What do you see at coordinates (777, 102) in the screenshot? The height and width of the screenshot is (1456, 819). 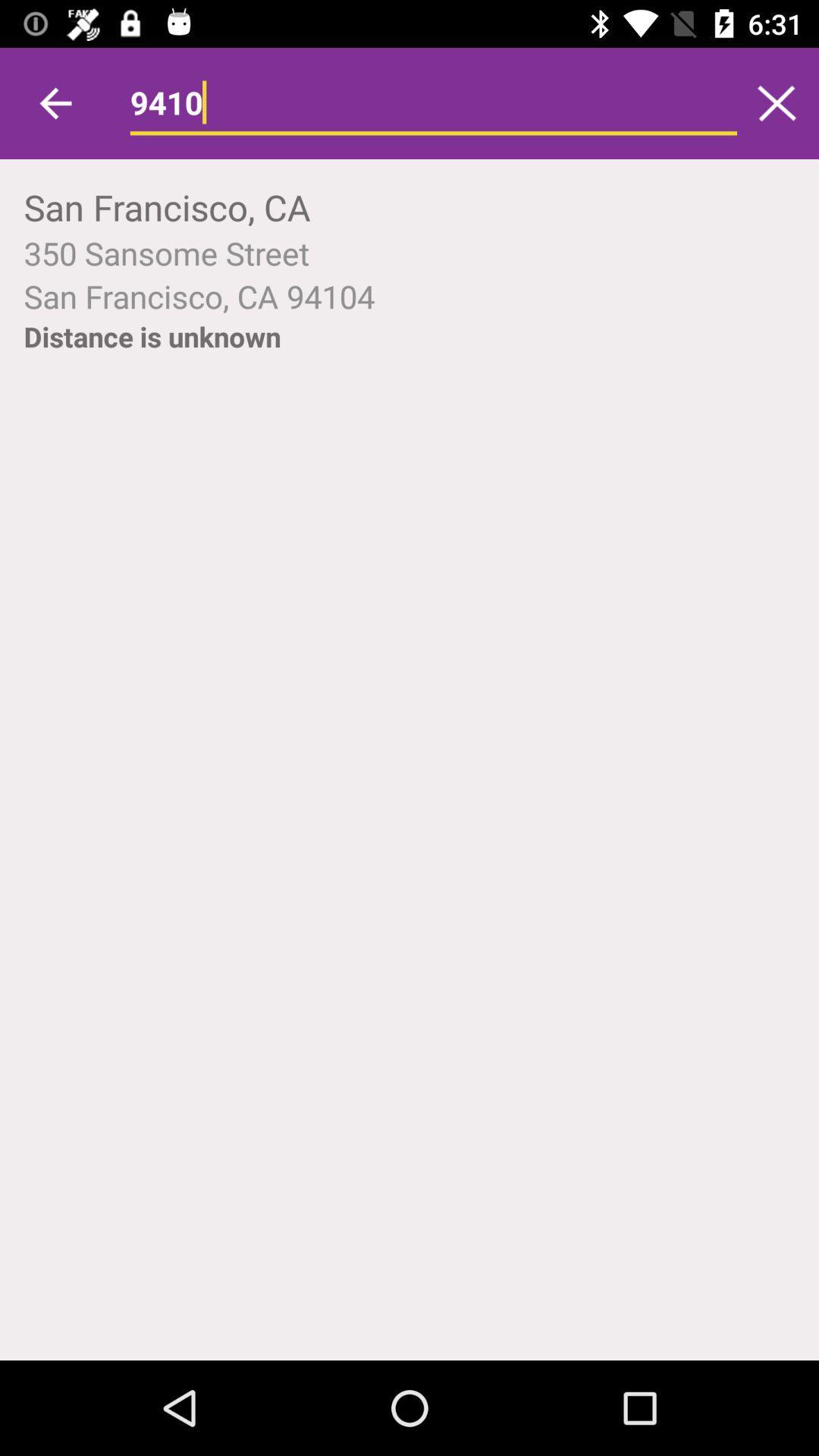 I see `the icon above san francisco, ca icon` at bounding box center [777, 102].